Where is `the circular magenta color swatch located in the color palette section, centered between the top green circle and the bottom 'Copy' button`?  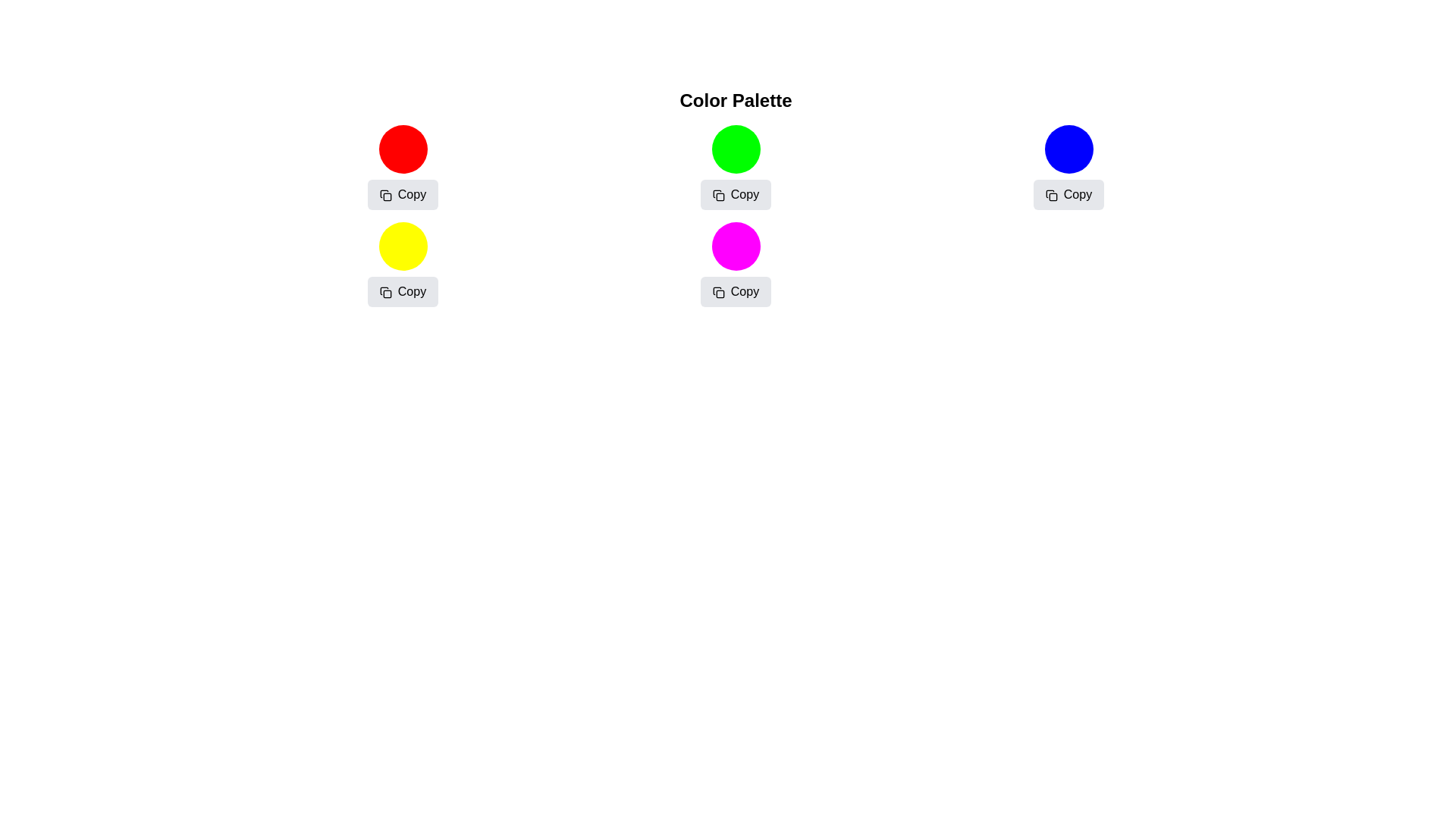
the circular magenta color swatch located in the color palette section, centered between the top green circle and the bottom 'Copy' button is located at coordinates (736, 245).